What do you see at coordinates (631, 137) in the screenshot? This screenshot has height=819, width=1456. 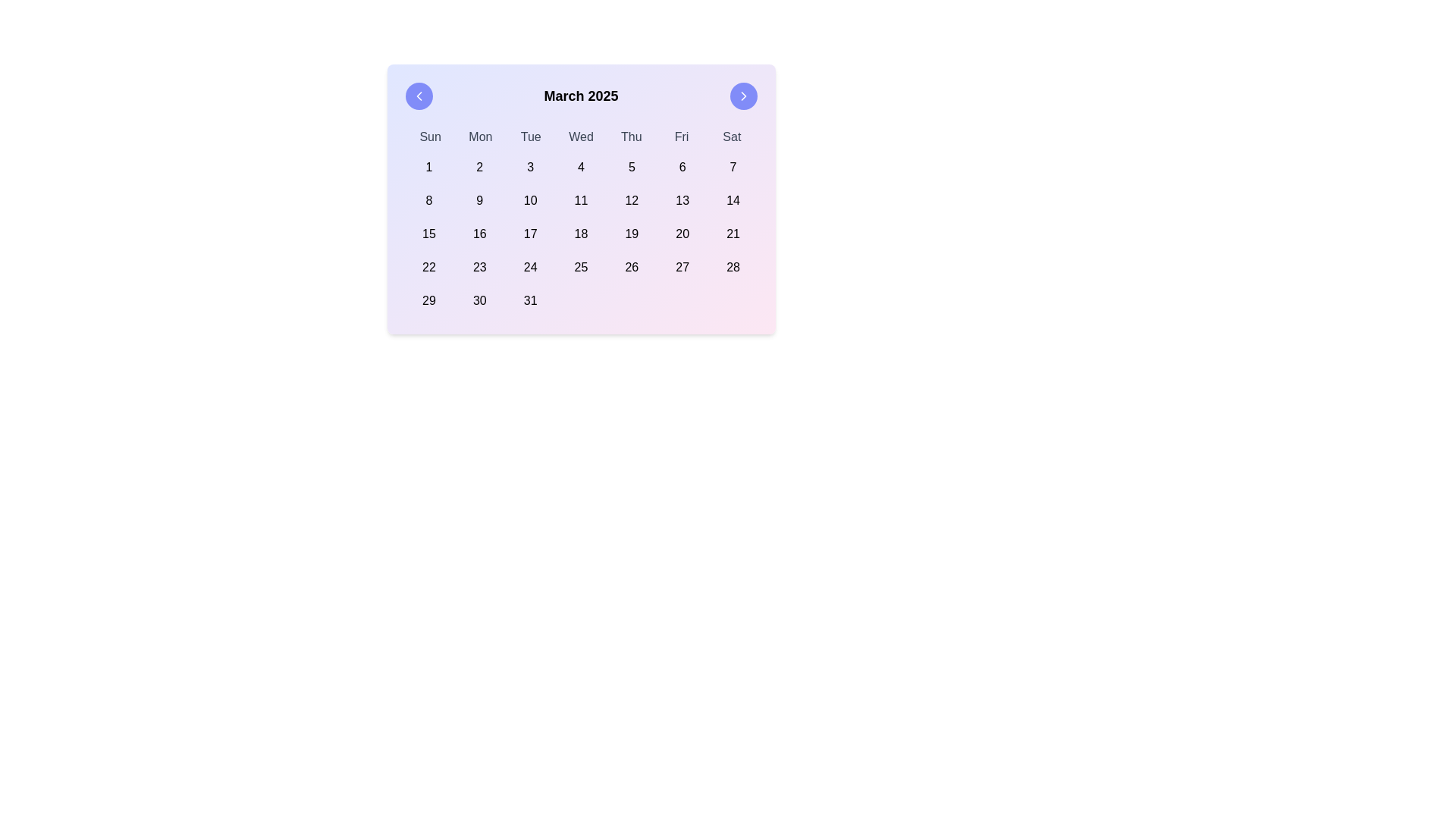 I see `the 'Thursday' text label in the calendar UI, which is the fifth element in a row of day names` at bounding box center [631, 137].